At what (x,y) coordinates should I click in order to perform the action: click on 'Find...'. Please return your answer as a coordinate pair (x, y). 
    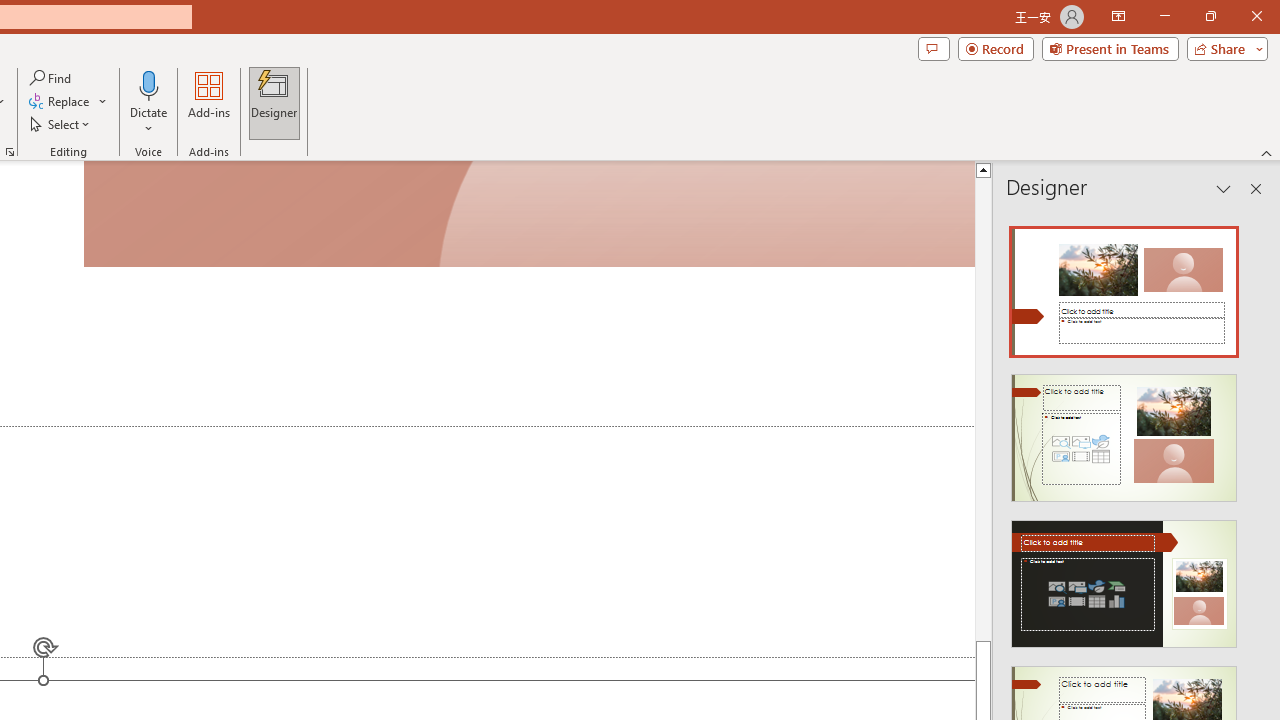
    Looking at the image, I should click on (51, 77).